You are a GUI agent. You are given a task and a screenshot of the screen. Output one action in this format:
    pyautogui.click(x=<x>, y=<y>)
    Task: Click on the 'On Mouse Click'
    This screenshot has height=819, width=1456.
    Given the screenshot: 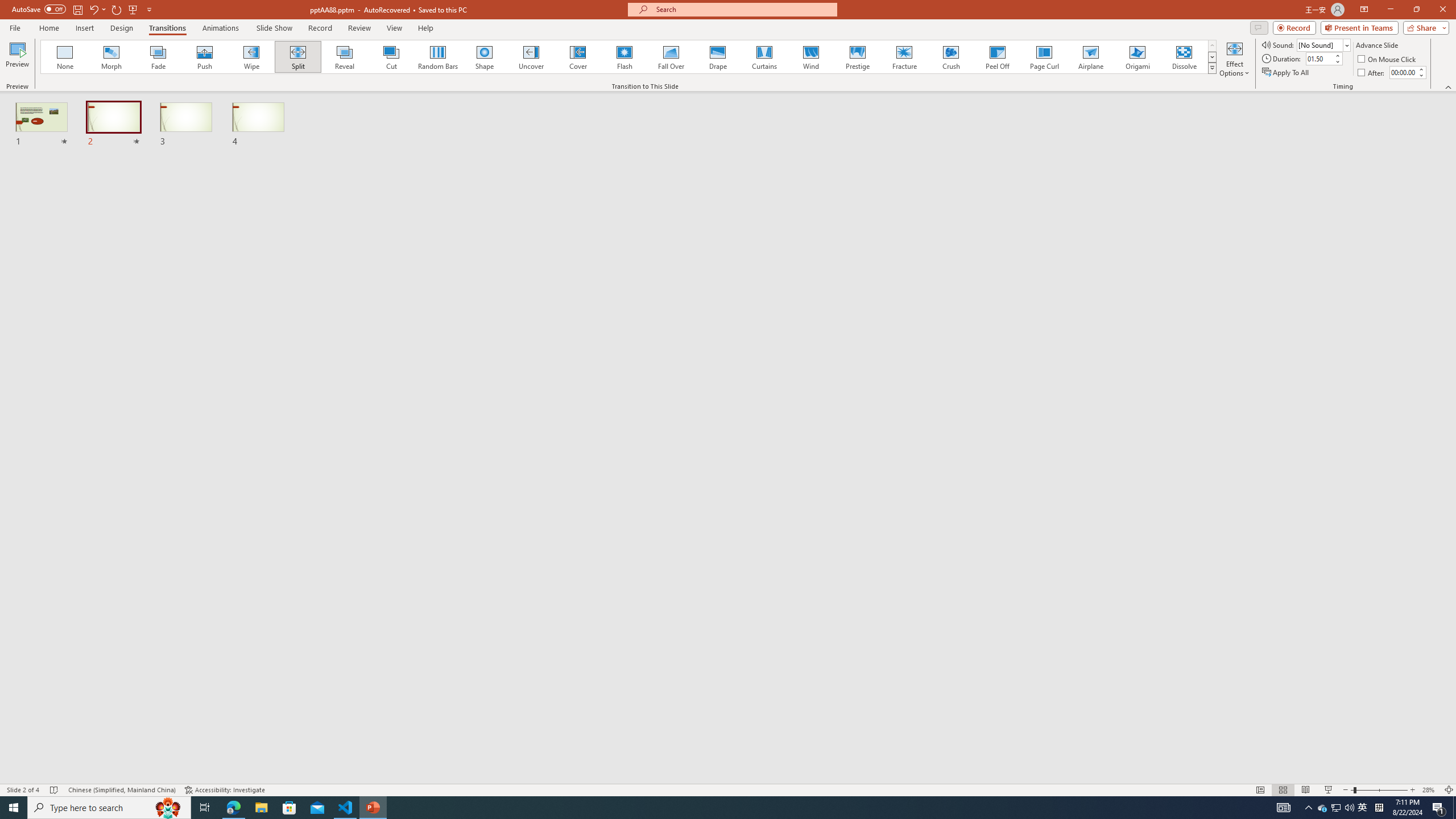 What is the action you would take?
    pyautogui.click(x=1387, y=59)
    